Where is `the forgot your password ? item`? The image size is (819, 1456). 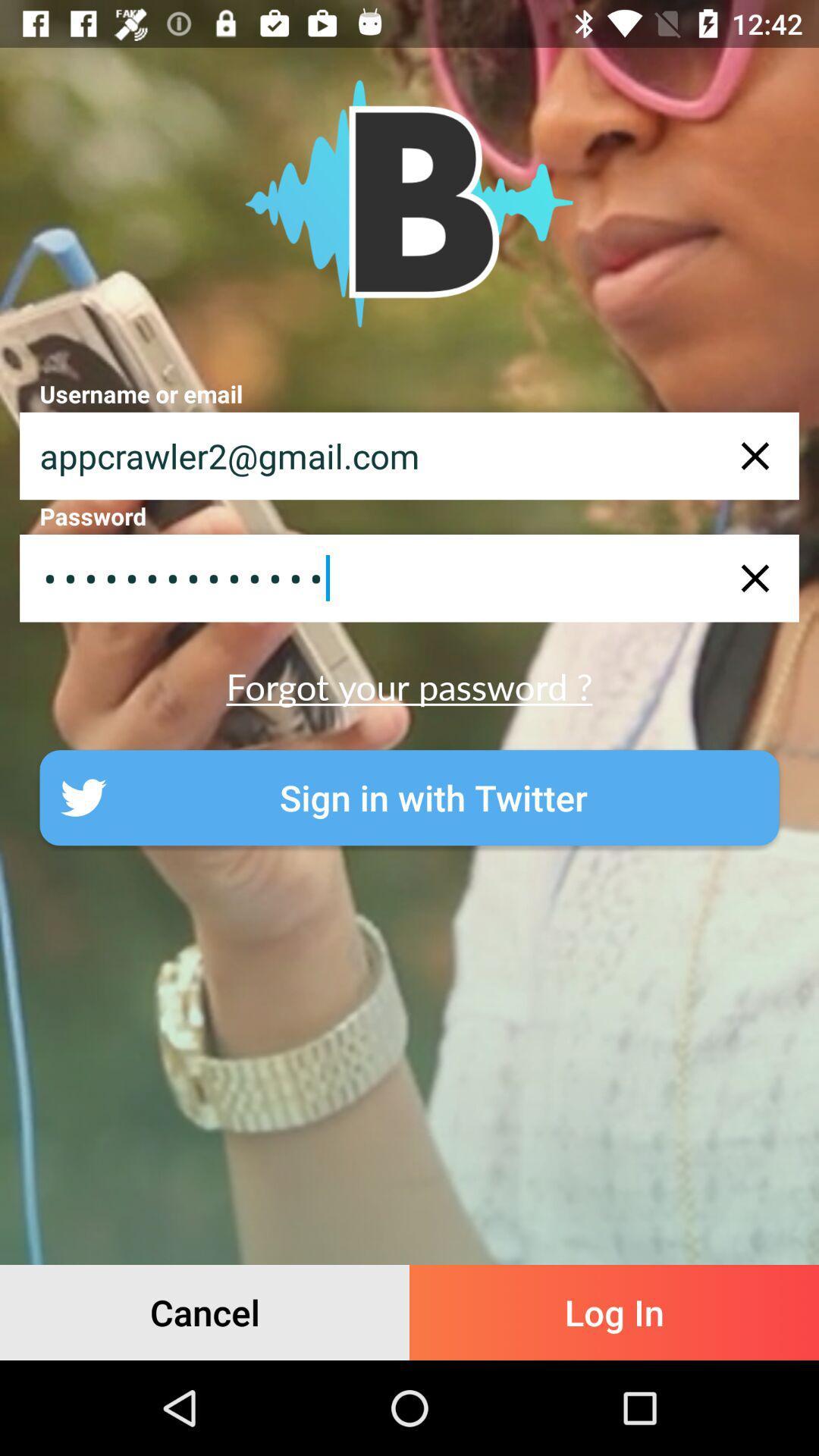
the forgot your password ? item is located at coordinates (409, 685).